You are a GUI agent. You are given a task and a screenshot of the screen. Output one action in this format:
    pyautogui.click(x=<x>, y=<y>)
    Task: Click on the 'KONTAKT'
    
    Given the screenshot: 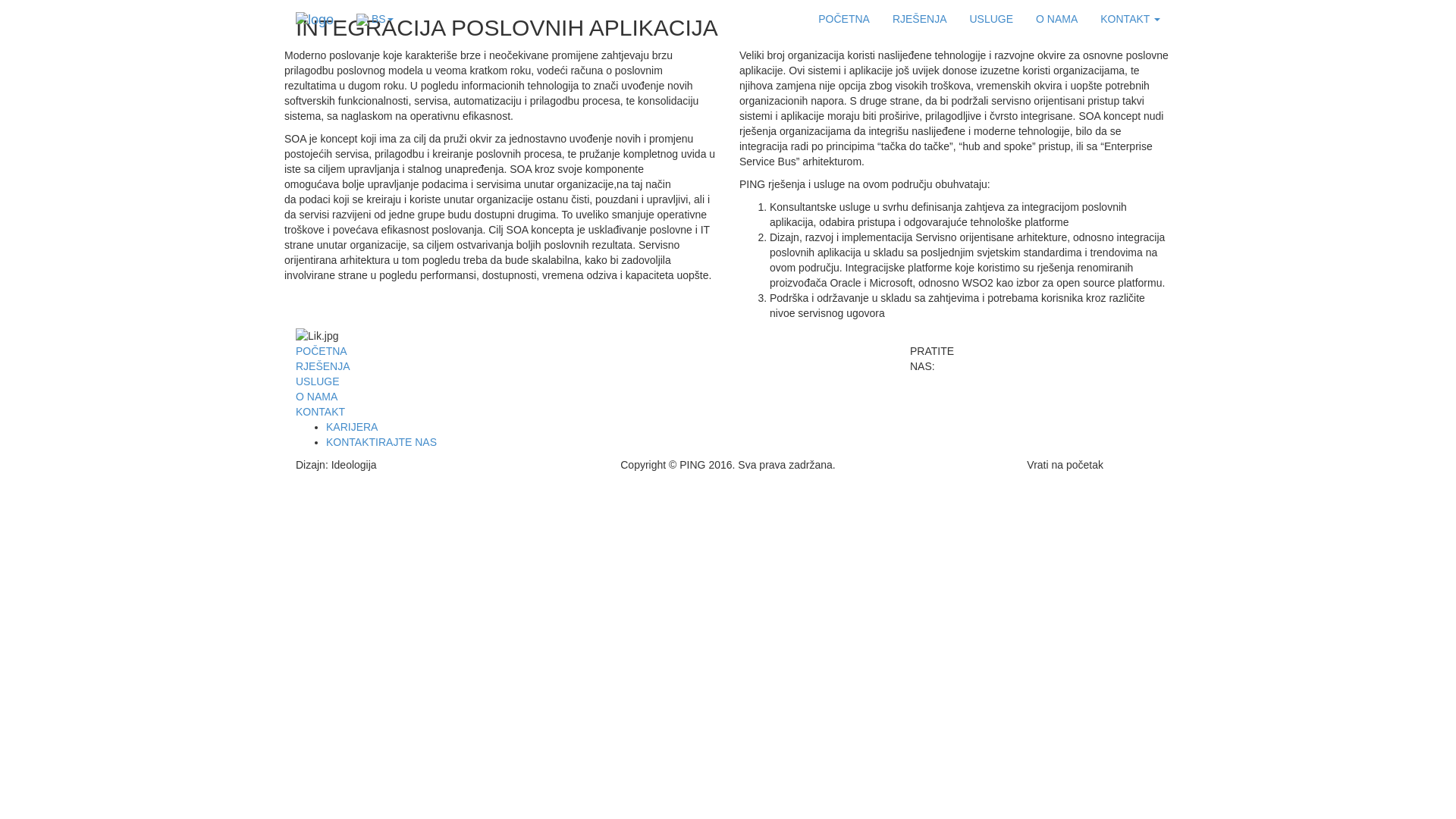 What is the action you would take?
    pyautogui.click(x=1130, y=18)
    